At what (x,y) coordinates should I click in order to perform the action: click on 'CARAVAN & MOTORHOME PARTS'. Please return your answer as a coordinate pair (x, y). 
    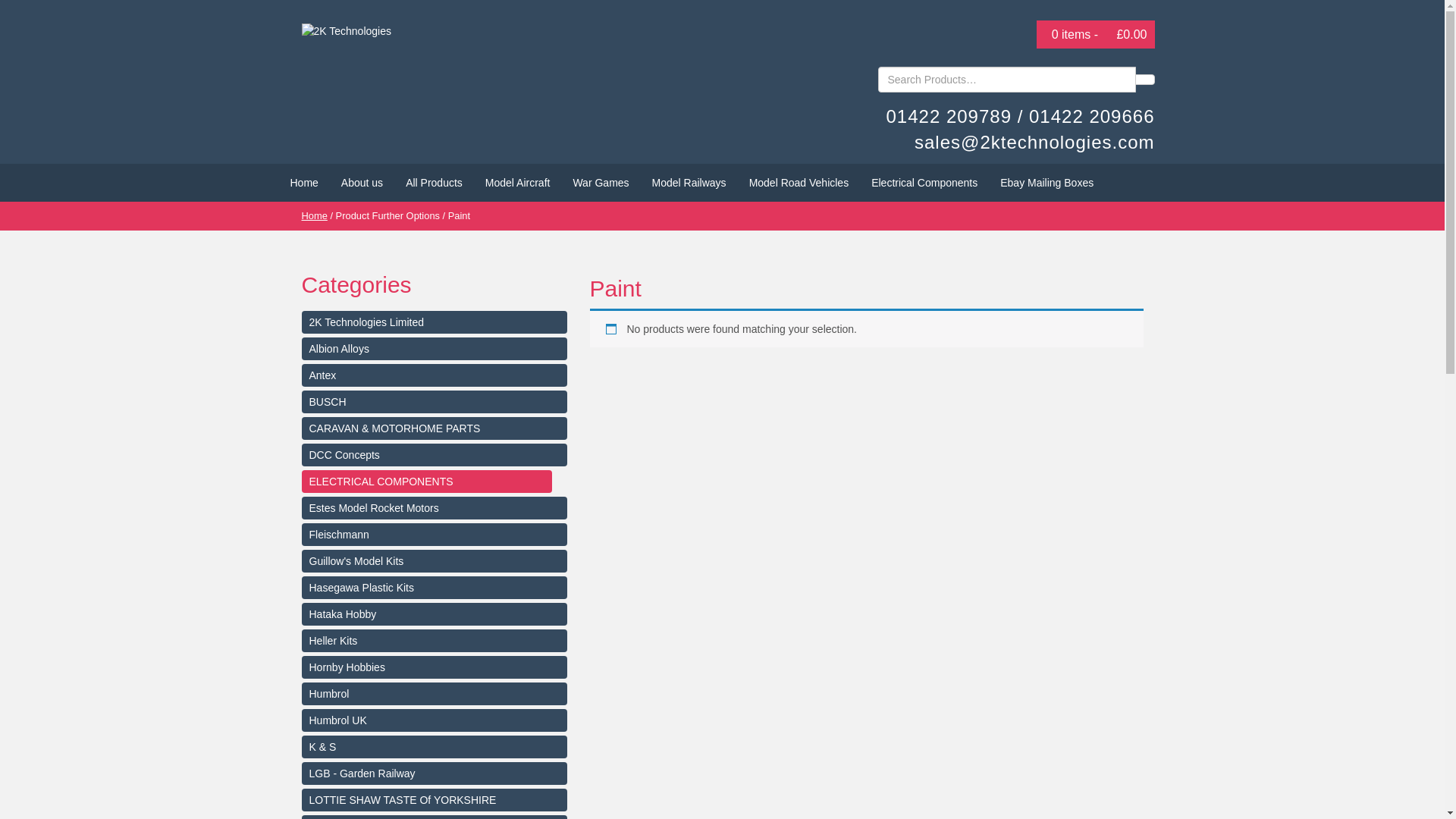
    Looking at the image, I should click on (433, 428).